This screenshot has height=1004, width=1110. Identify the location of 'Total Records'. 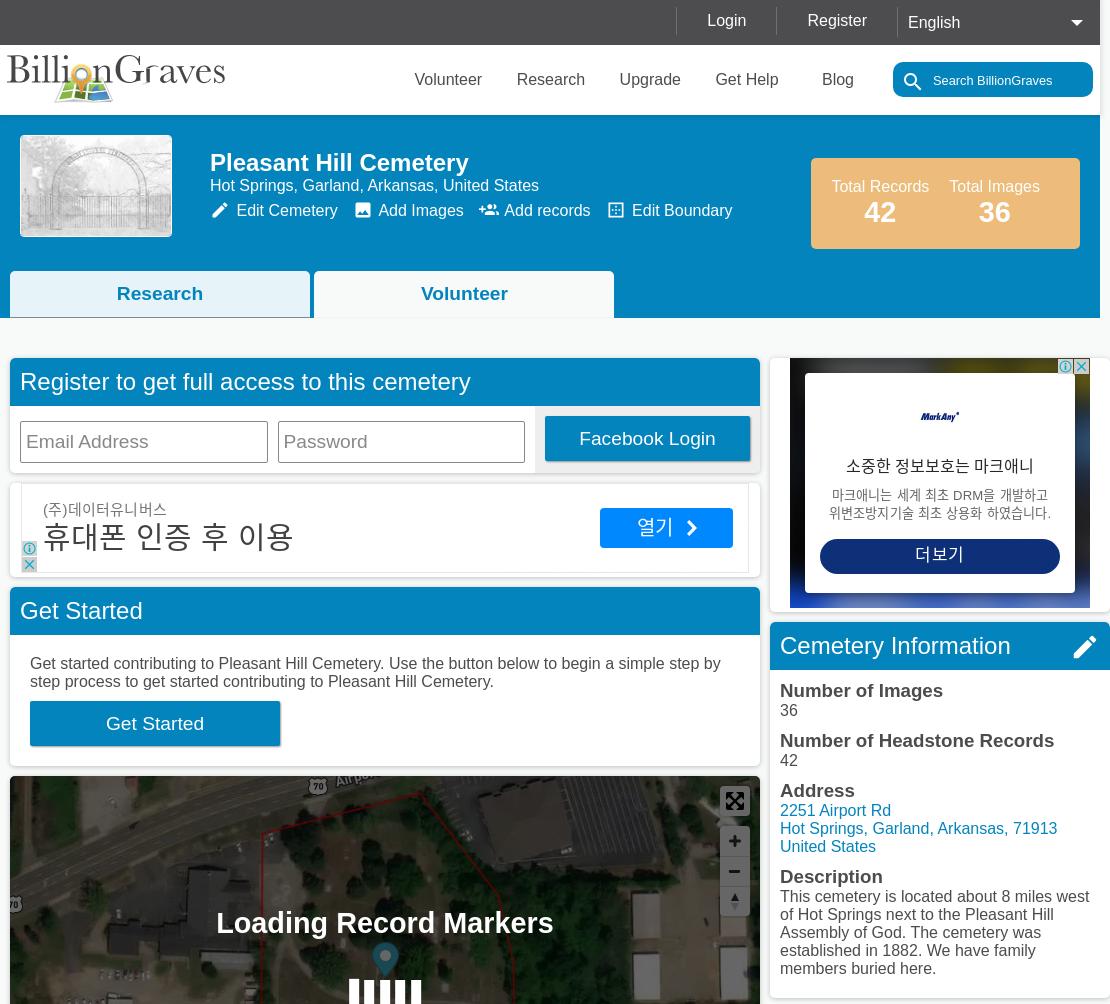
(879, 185).